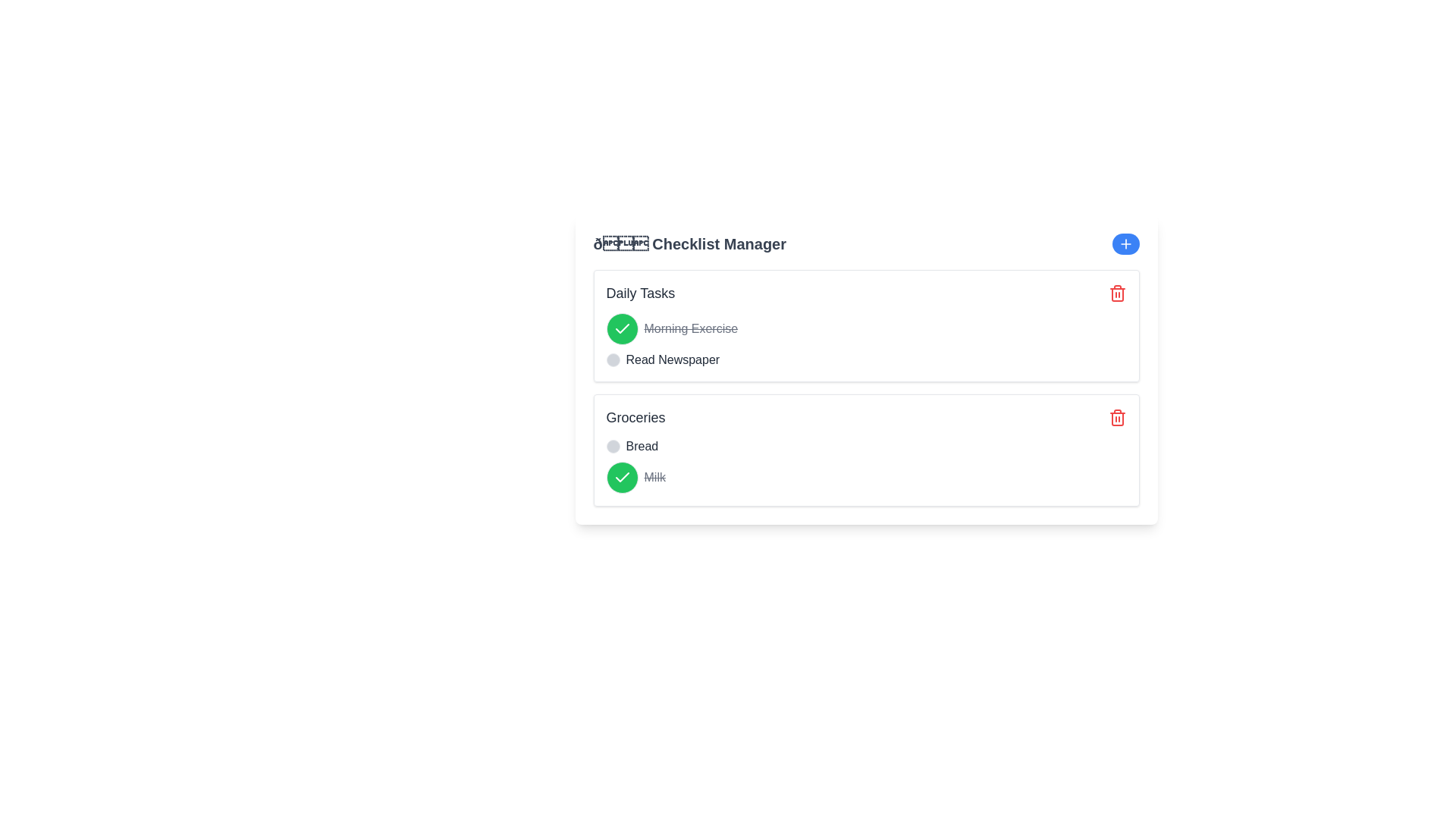 The image size is (1456, 819). What do you see at coordinates (622, 476) in the screenshot?
I see `the circular green button with a white checkmark icon` at bounding box center [622, 476].